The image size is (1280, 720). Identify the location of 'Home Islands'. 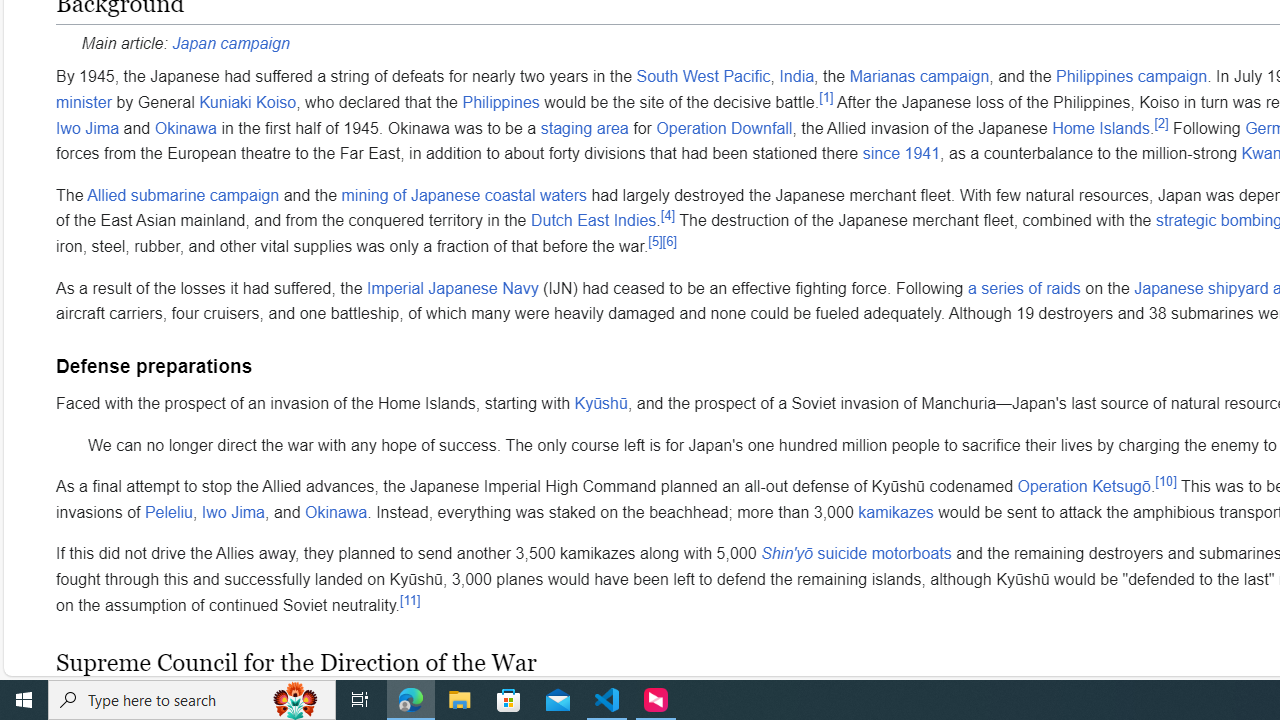
(1099, 127).